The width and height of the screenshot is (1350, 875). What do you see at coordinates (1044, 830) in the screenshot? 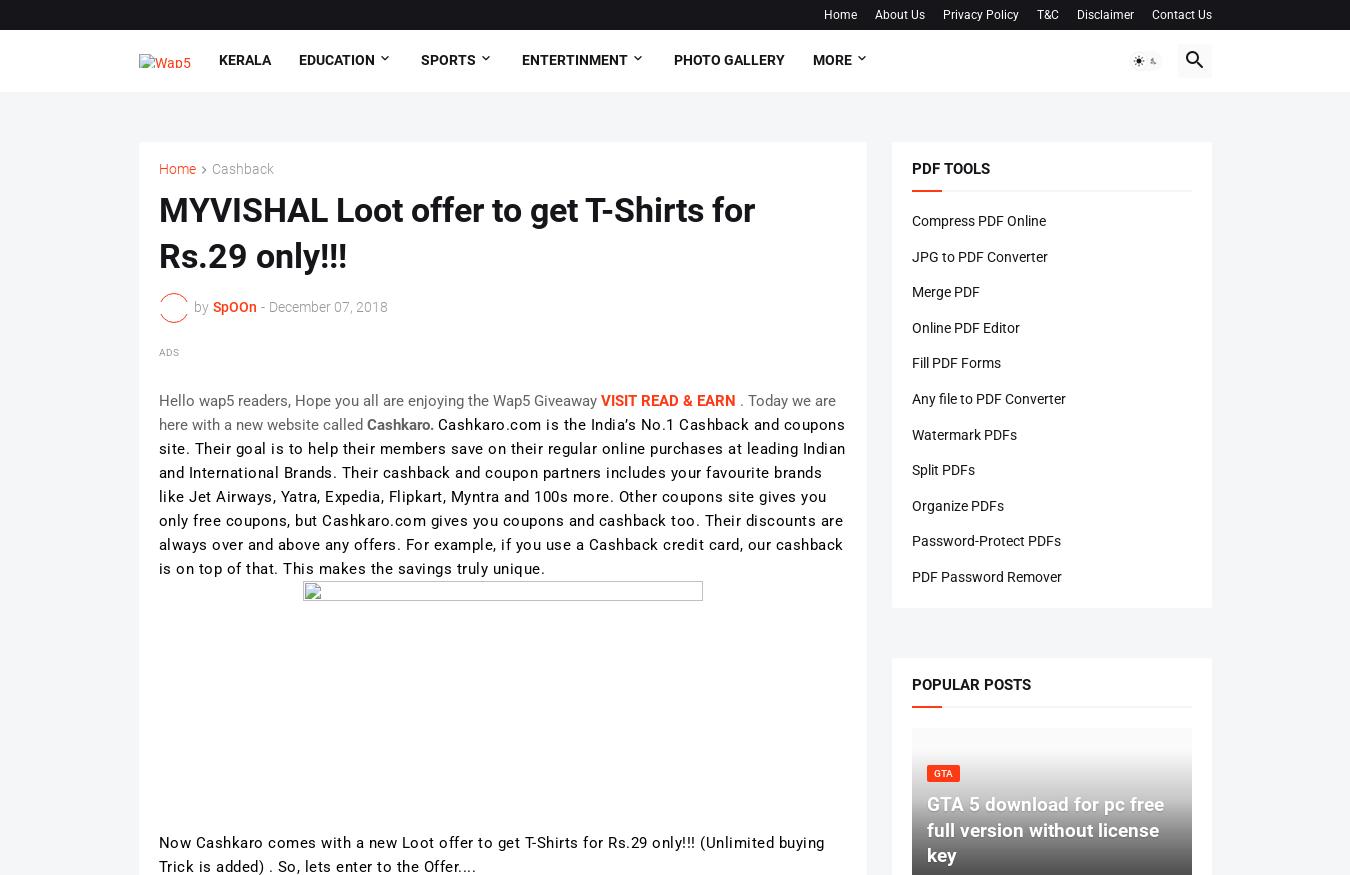
I see `'GTA 5 download for pc free full version without license key'` at bounding box center [1044, 830].